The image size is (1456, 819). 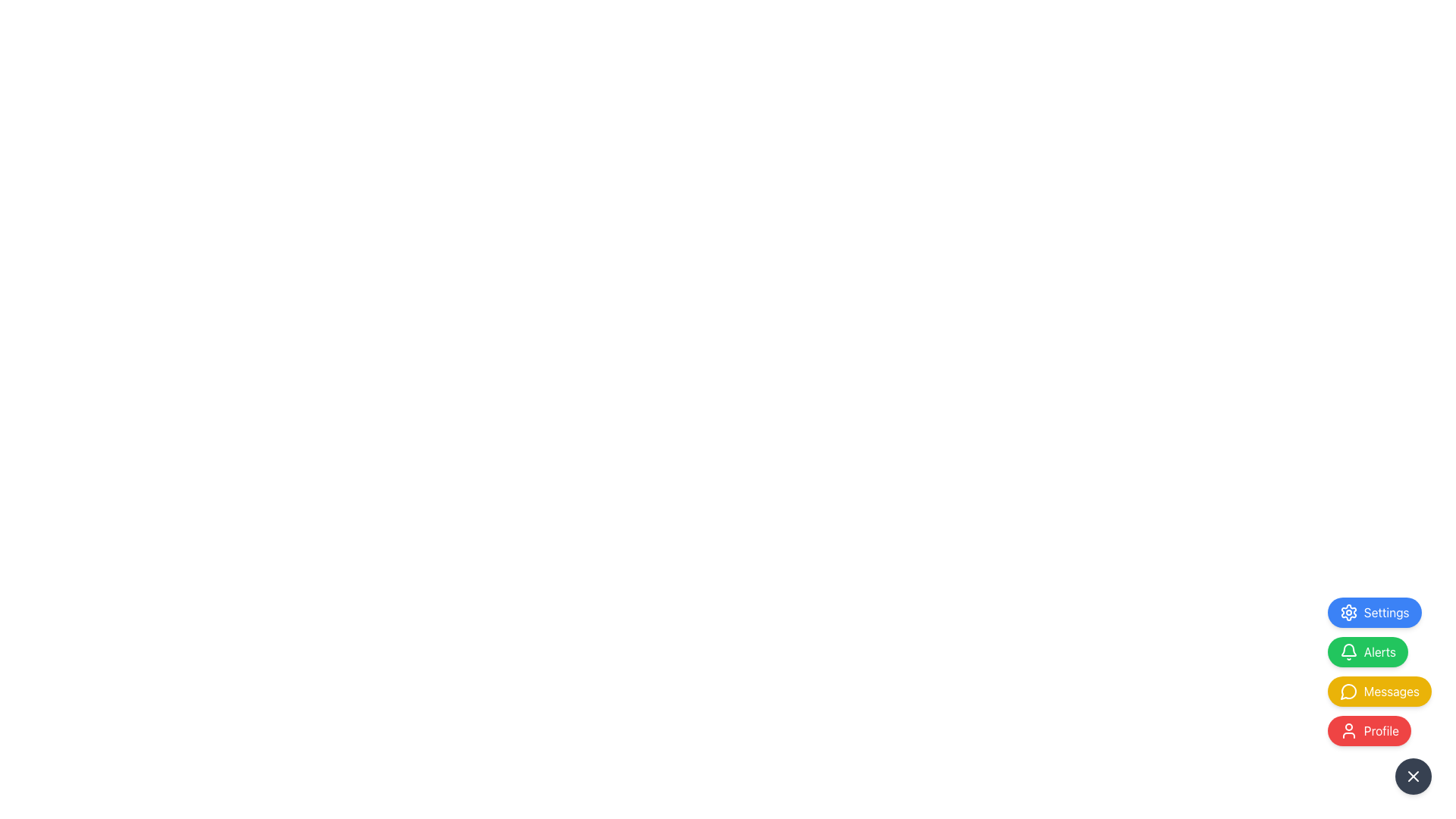 What do you see at coordinates (1374, 611) in the screenshot?
I see `the rounded blue 'Settings' button with a gear icon for keyboard navigation` at bounding box center [1374, 611].